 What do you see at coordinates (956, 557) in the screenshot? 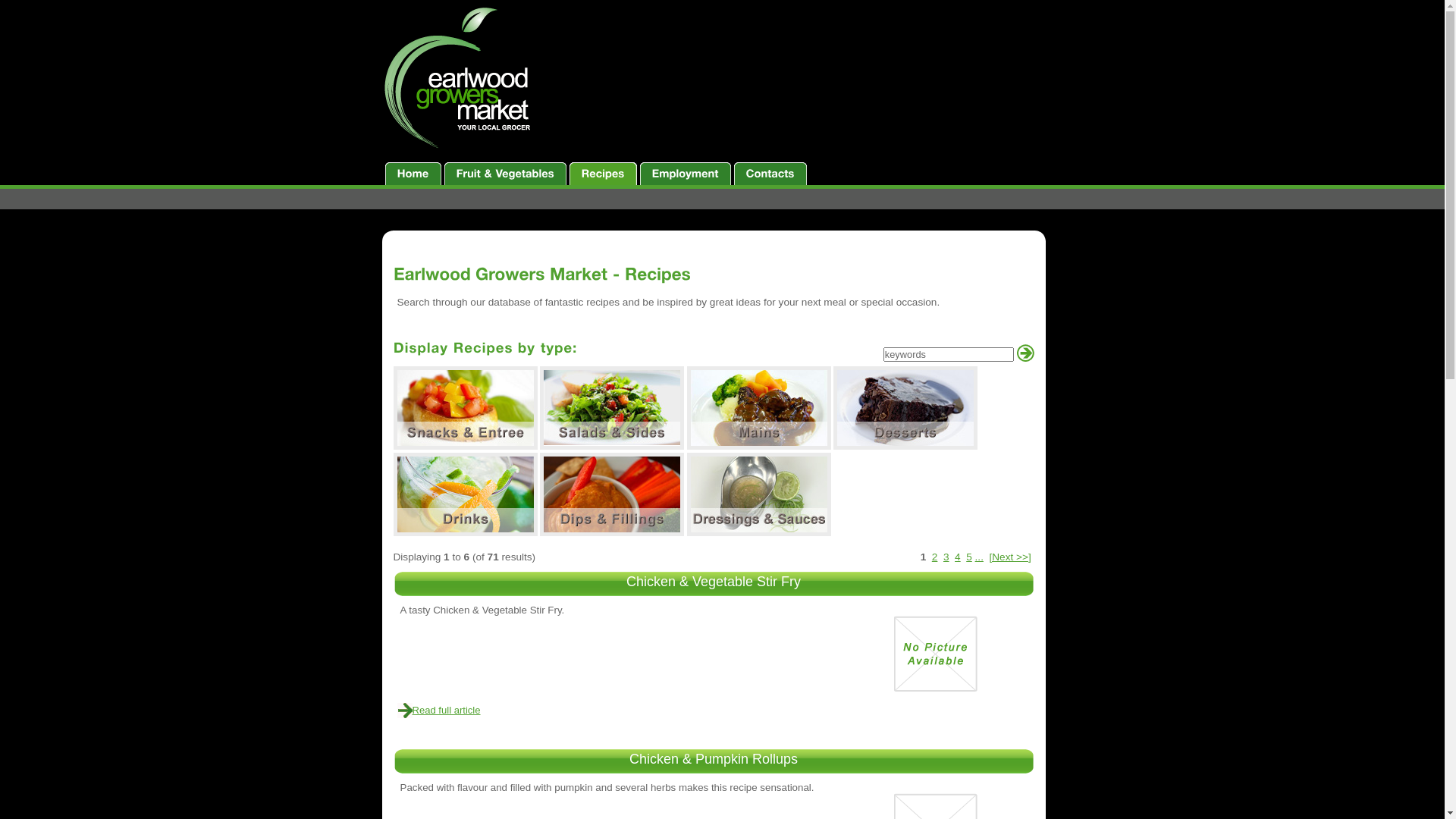
I see `'4'` at bounding box center [956, 557].